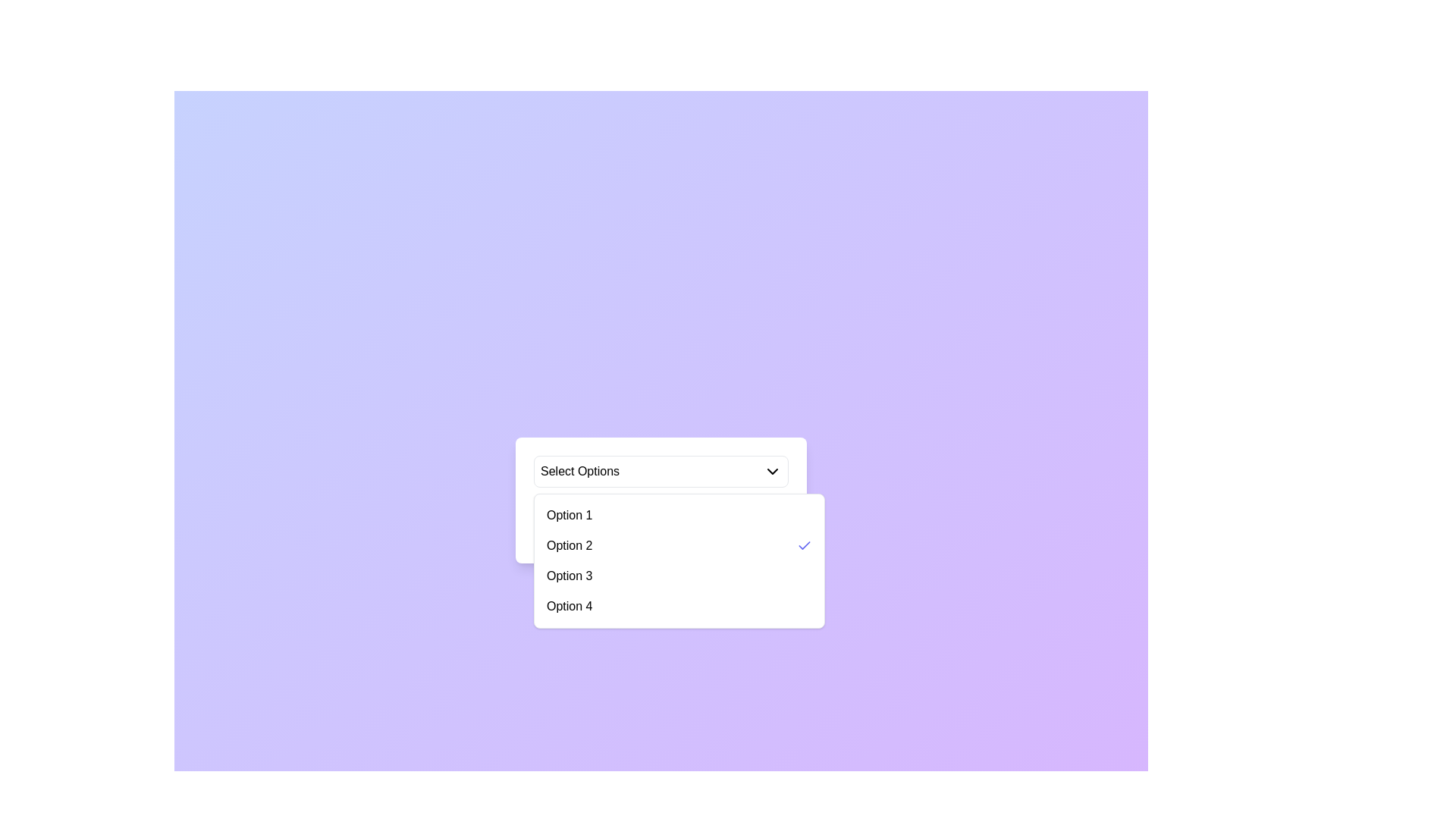 The width and height of the screenshot is (1456, 819). What do you see at coordinates (679, 605) in the screenshot?
I see `the fourth item in the dropdown menu` at bounding box center [679, 605].